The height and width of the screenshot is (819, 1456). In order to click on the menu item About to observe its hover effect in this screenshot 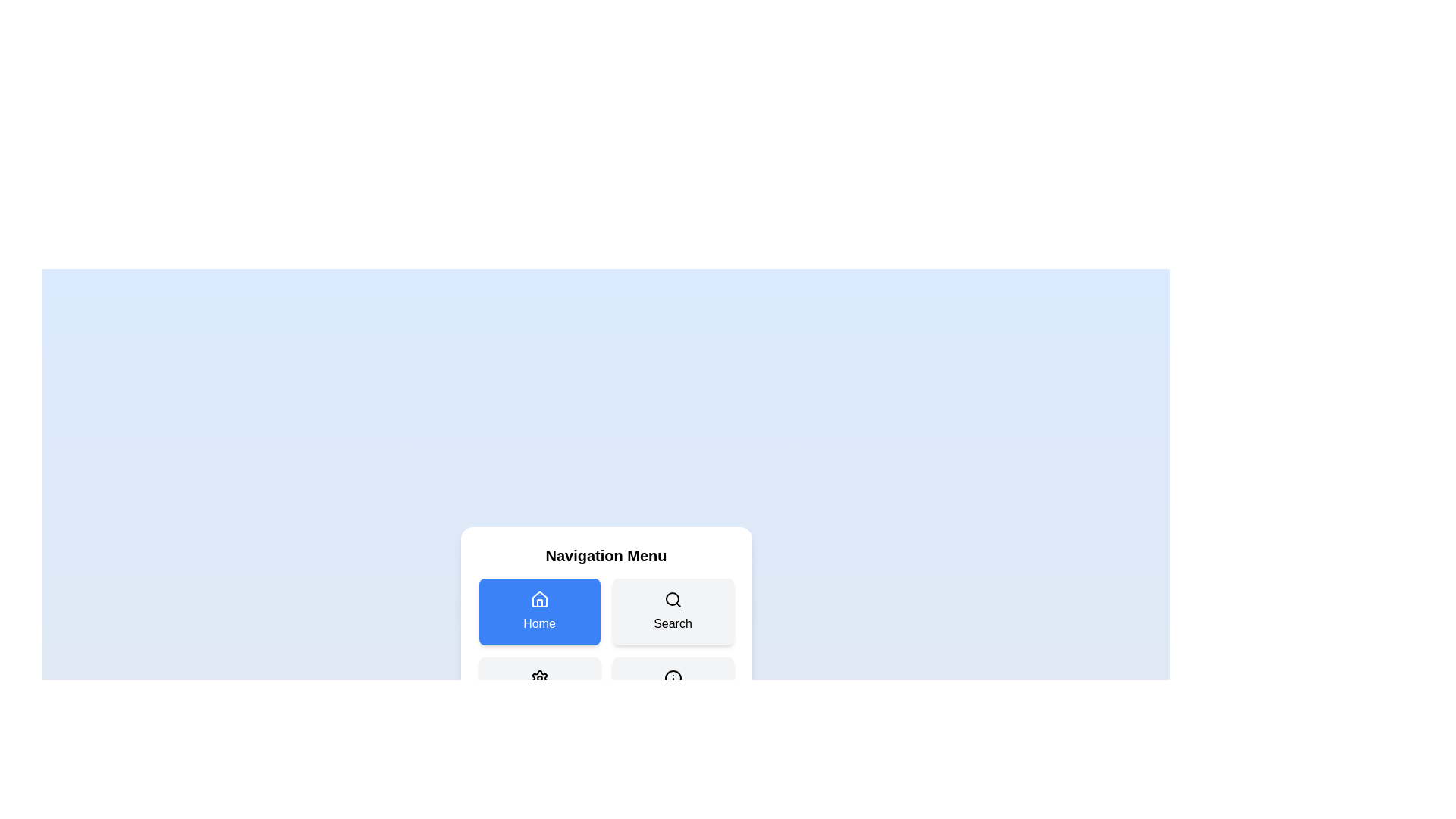, I will do `click(672, 690)`.